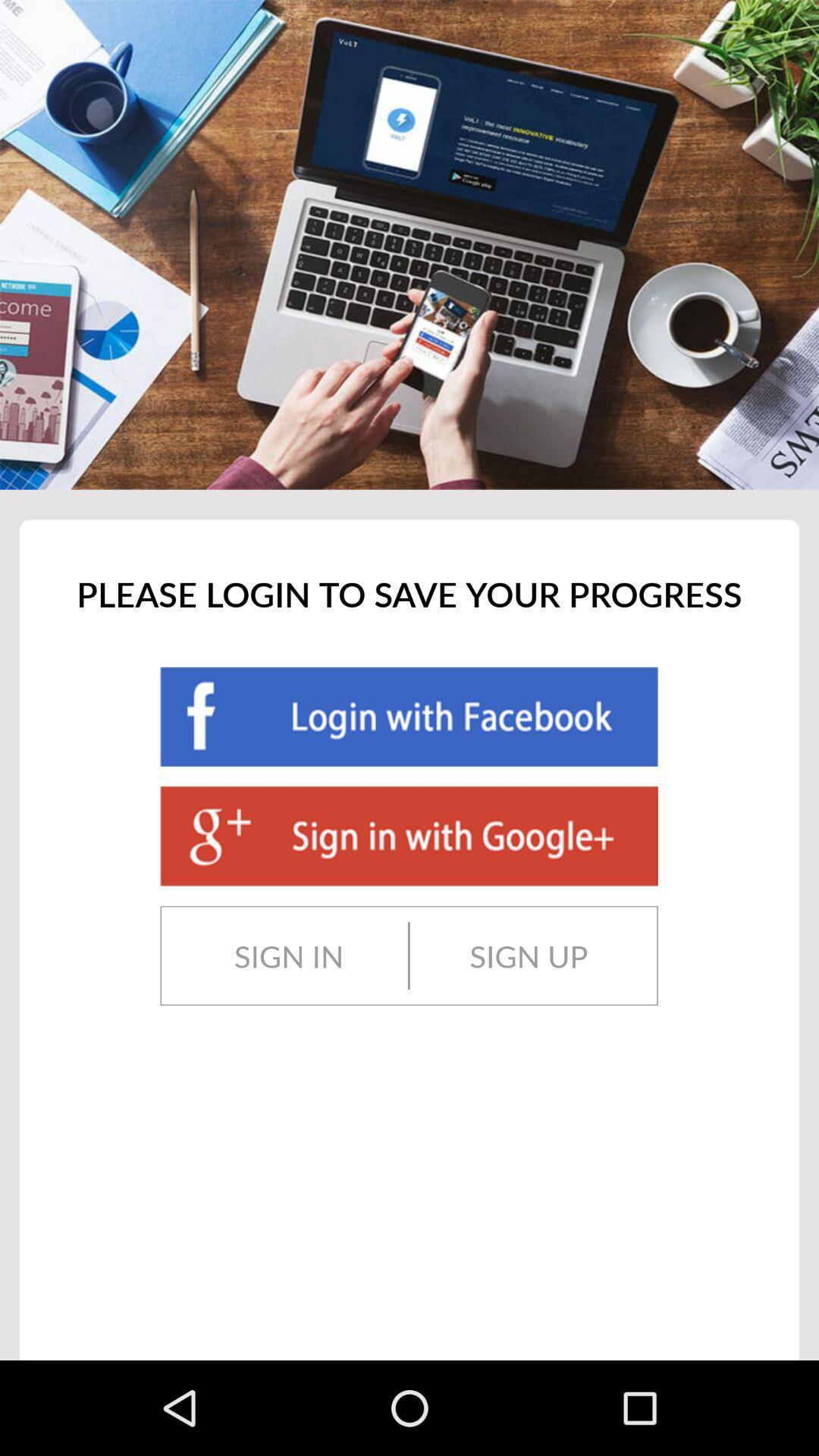  I want to click on icon above the sign in item, so click(408, 835).